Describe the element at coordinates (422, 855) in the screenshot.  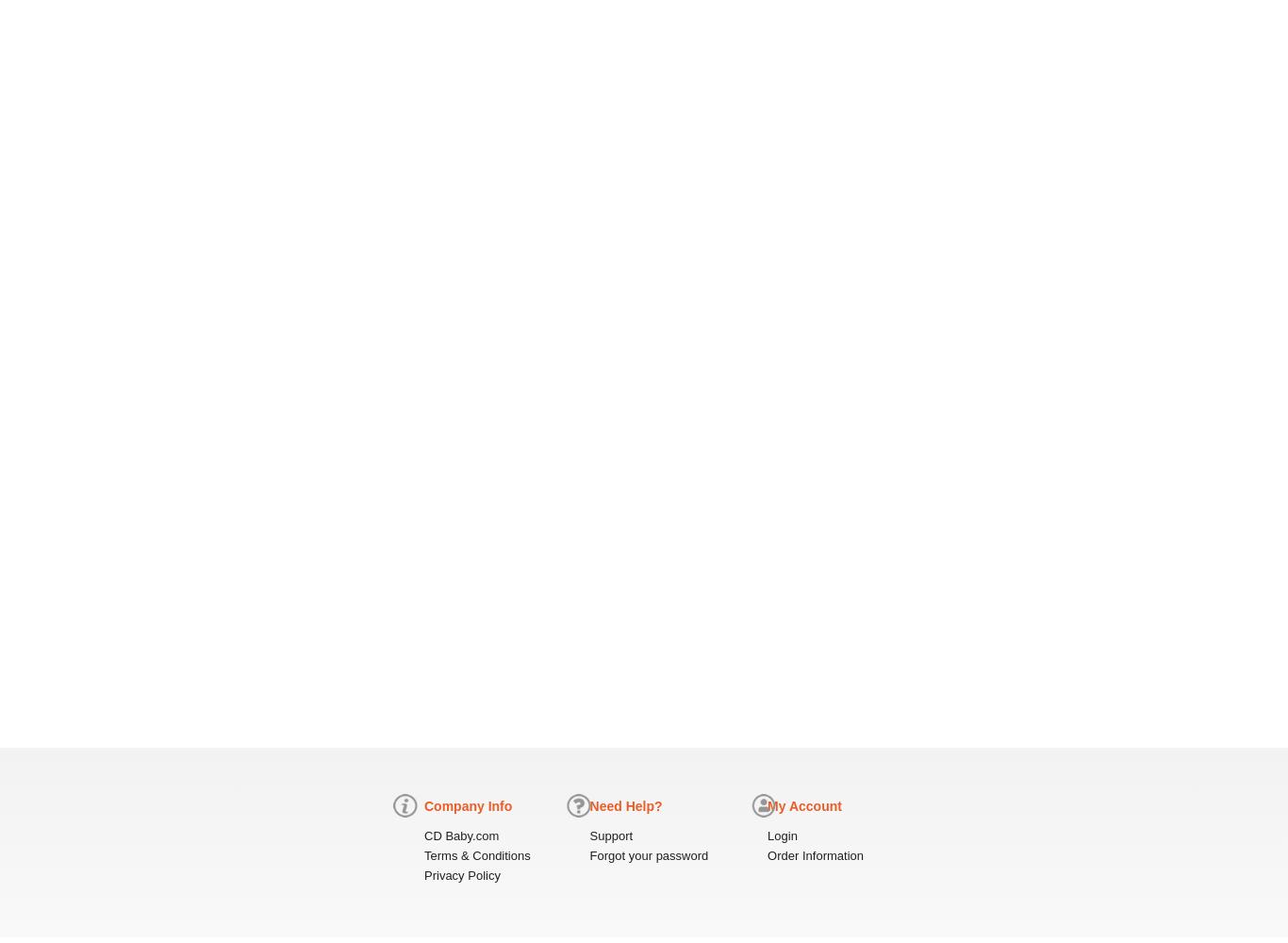
I see `'Terms & Conditions'` at that location.